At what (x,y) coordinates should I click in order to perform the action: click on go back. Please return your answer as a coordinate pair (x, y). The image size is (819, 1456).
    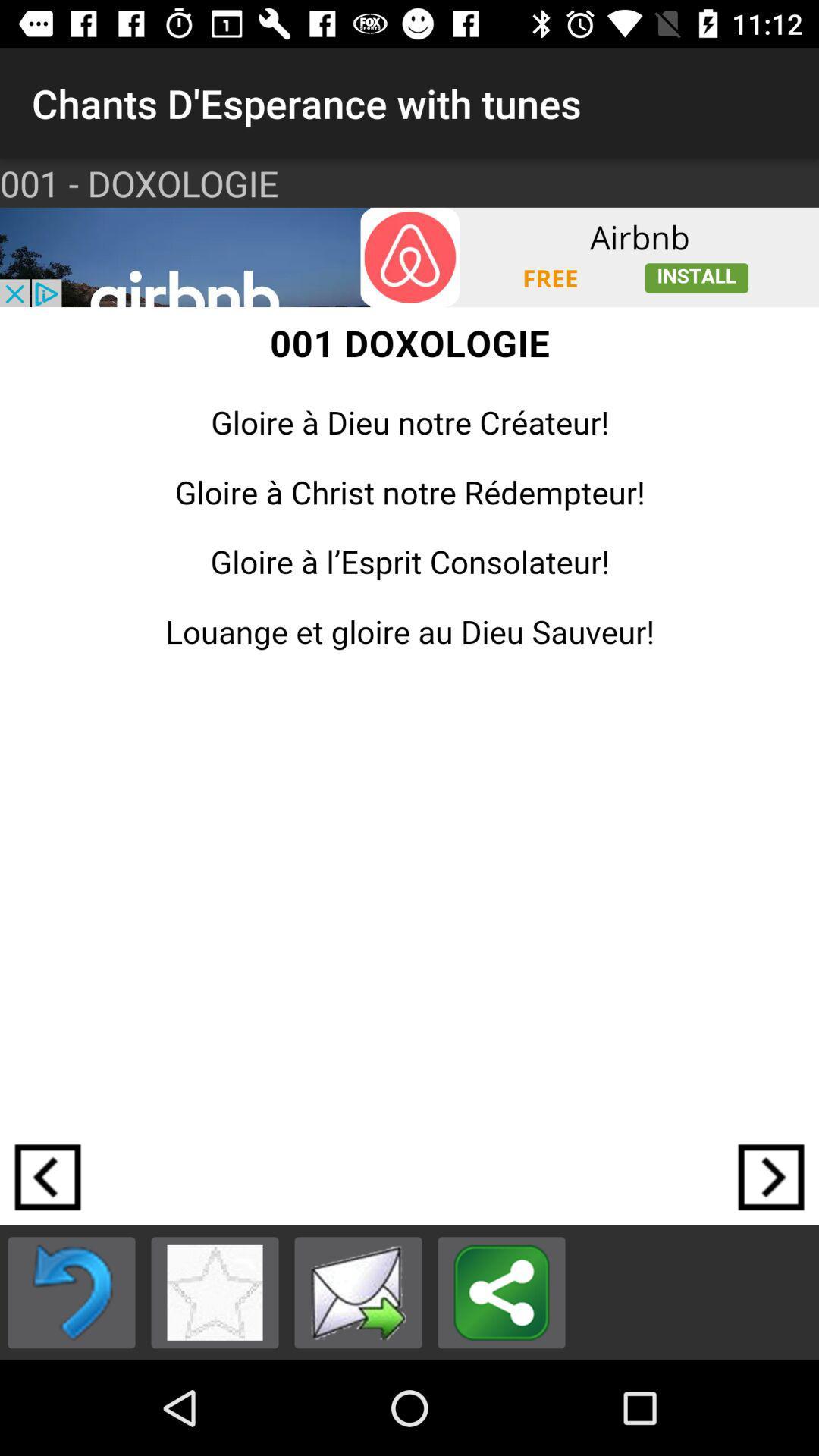
    Looking at the image, I should click on (46, 1176).